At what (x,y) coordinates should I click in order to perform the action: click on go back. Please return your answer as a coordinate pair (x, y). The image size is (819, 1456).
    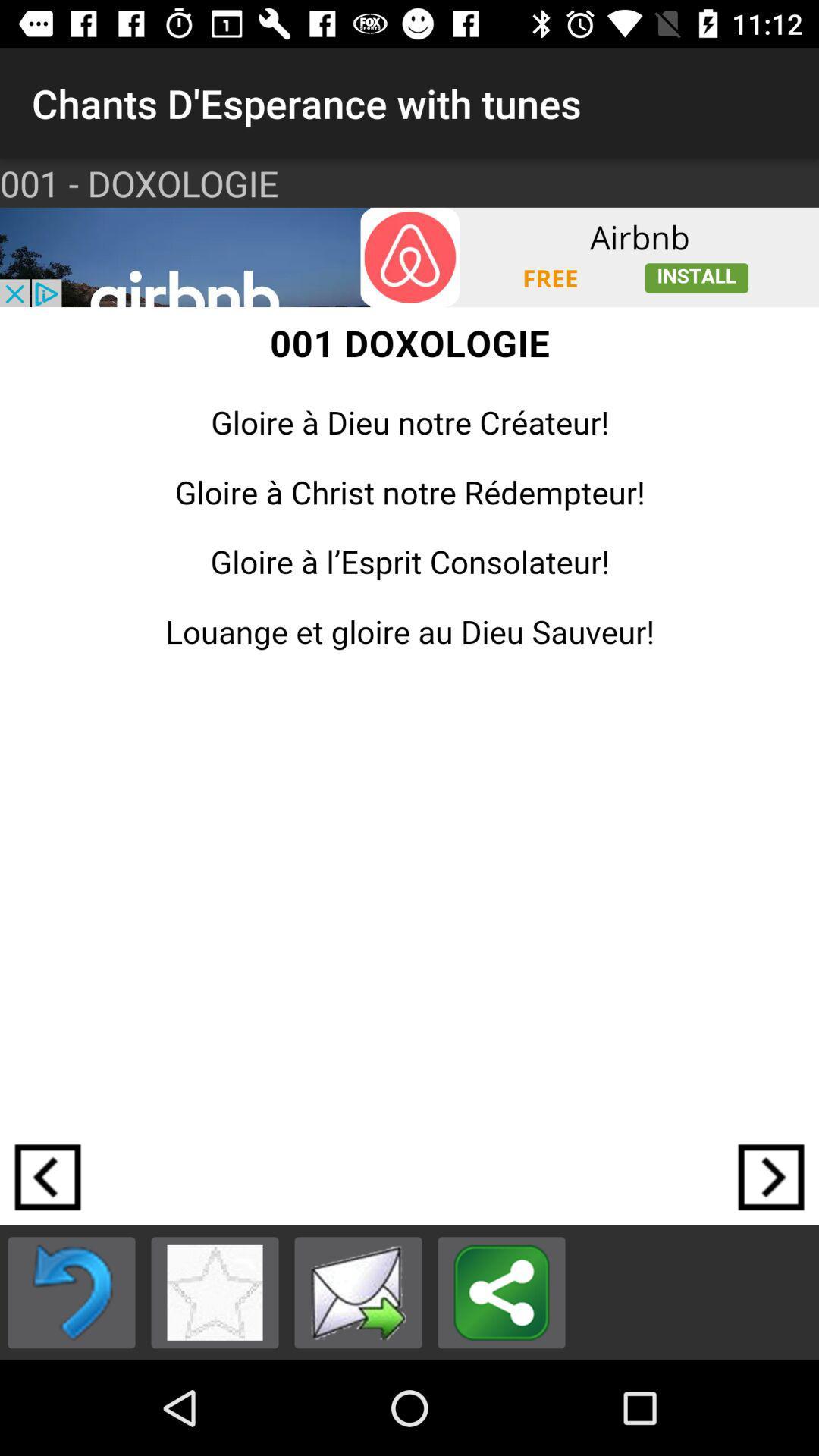
    Looking at the image, I should click on (46, 1176).